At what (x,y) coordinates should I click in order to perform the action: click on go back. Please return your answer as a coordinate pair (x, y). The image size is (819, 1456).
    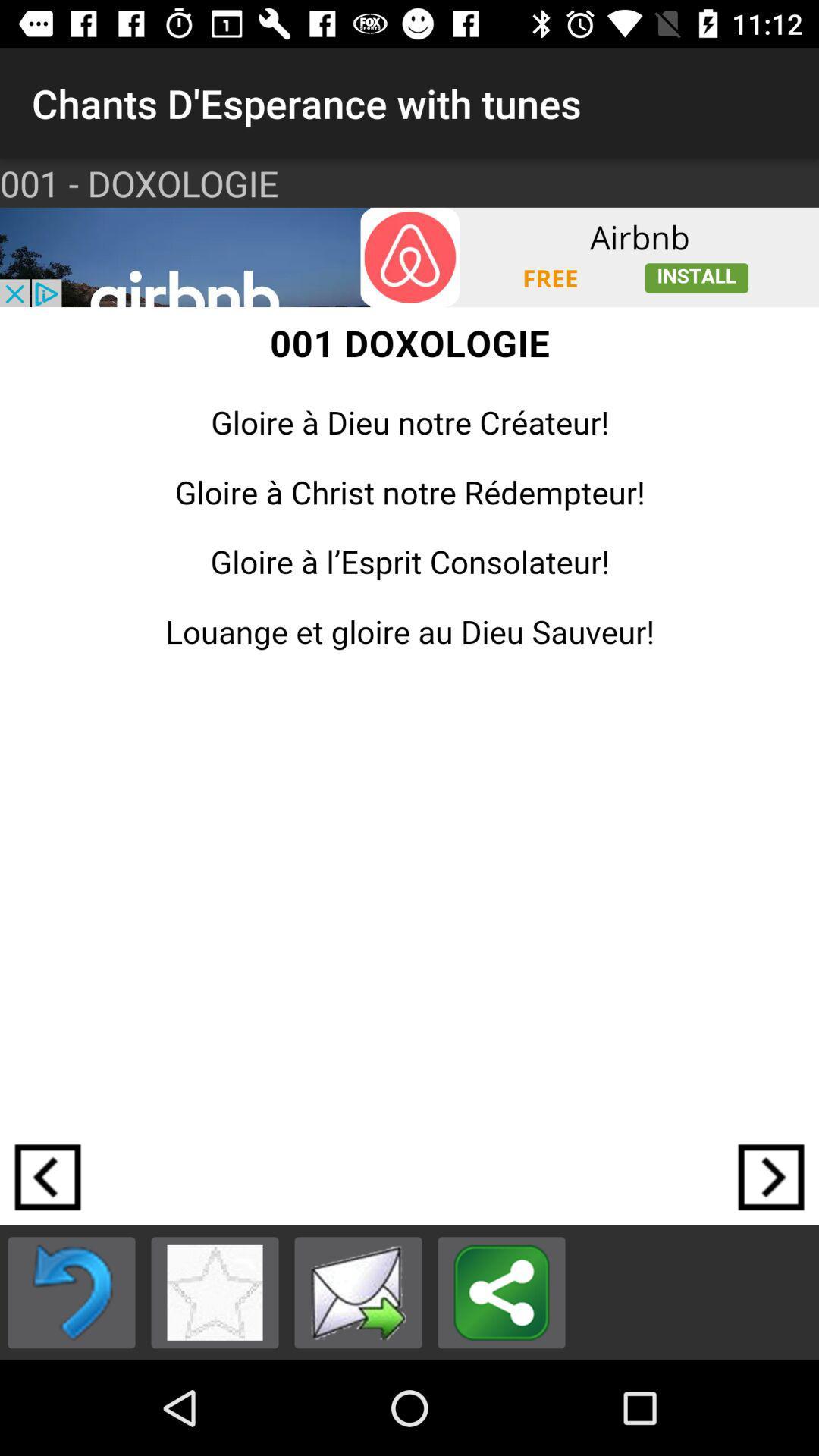
    Looking at the image, I should click on (46, 1176).